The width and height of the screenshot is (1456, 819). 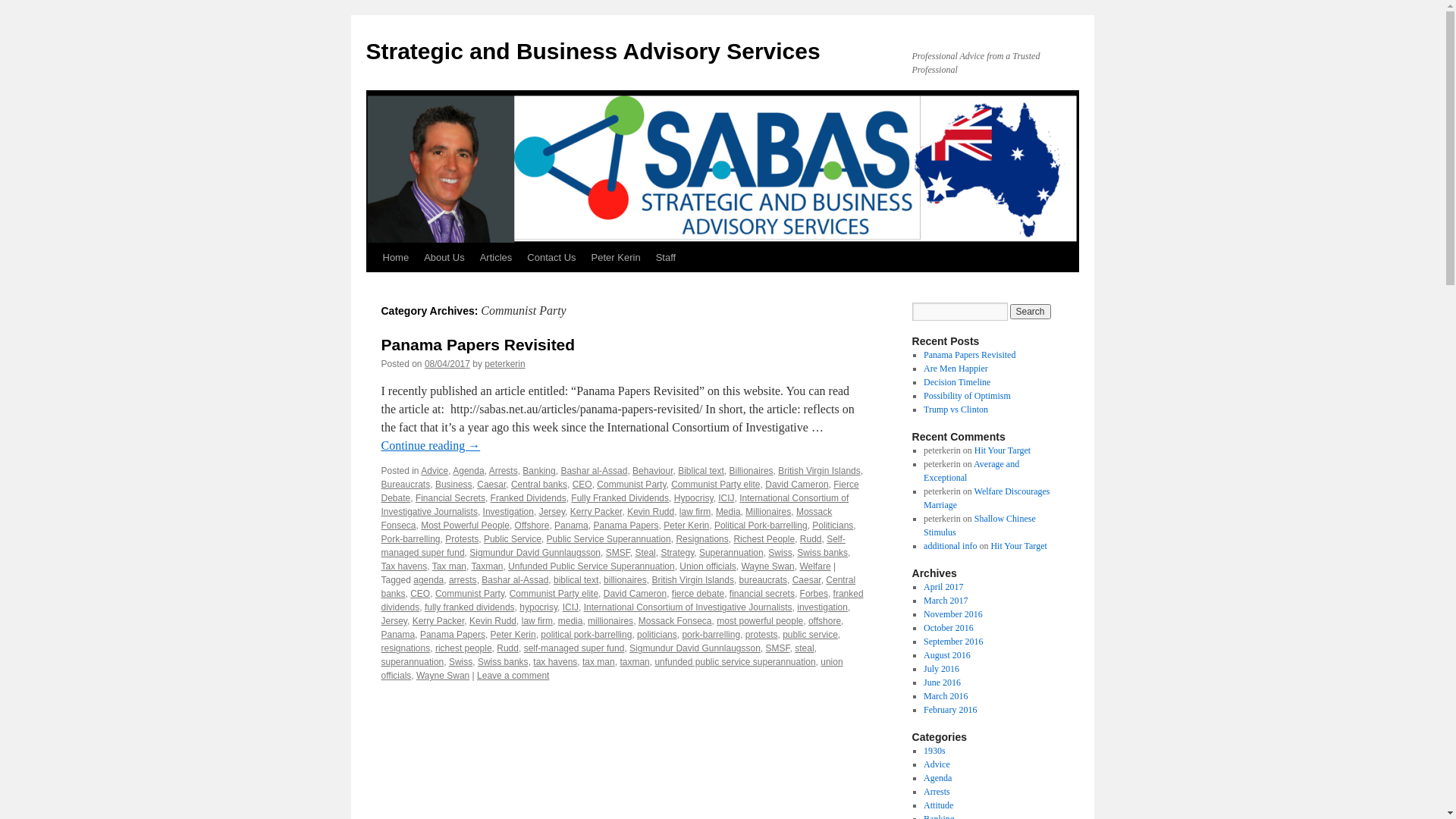 What do you see at coordinates (538, 485) in the screenshot?
I see `'Central banks'` at bounding box center [538, 485].